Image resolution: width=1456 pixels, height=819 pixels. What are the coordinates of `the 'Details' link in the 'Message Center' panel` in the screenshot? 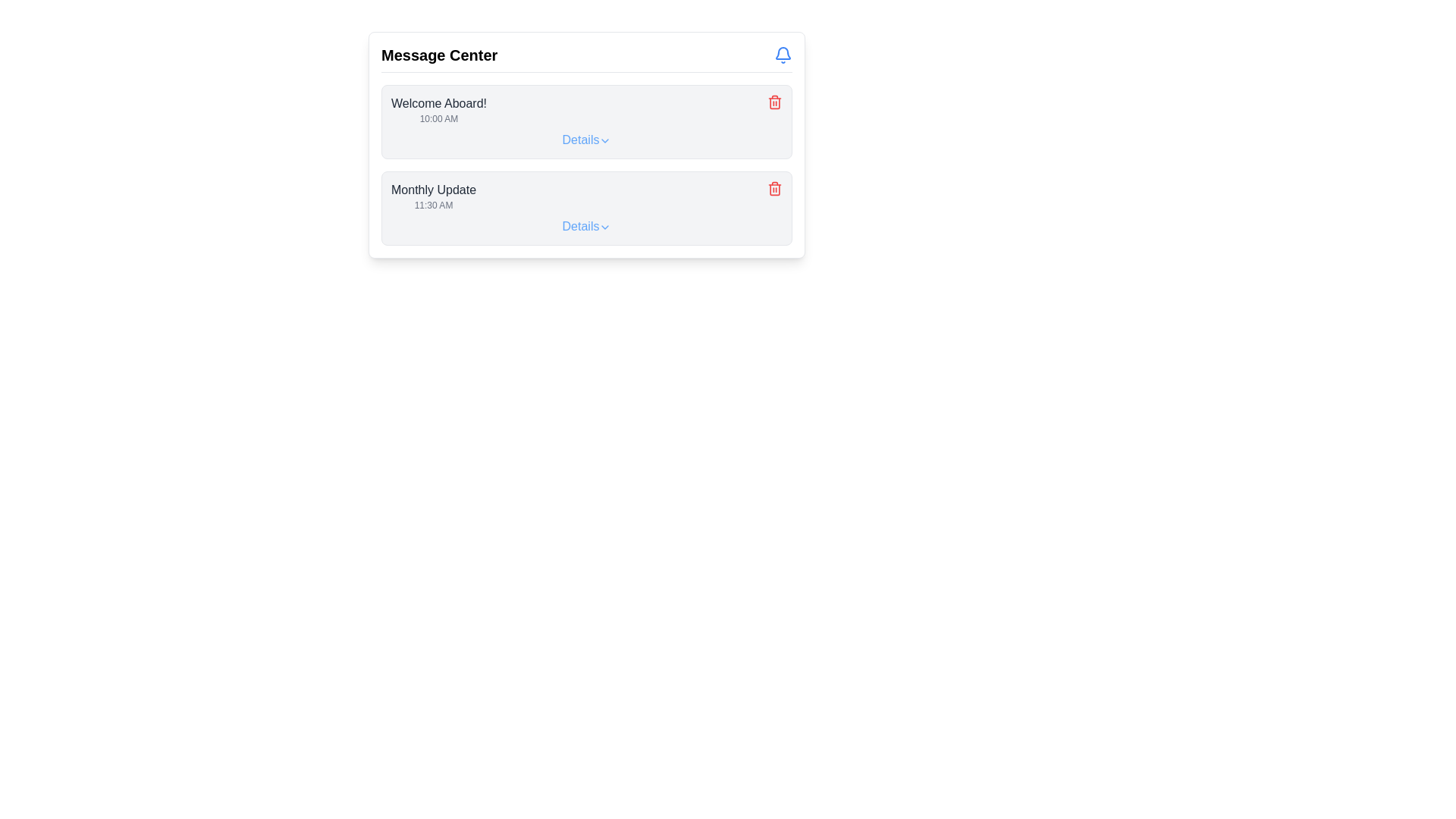 It's located at (585, 145).